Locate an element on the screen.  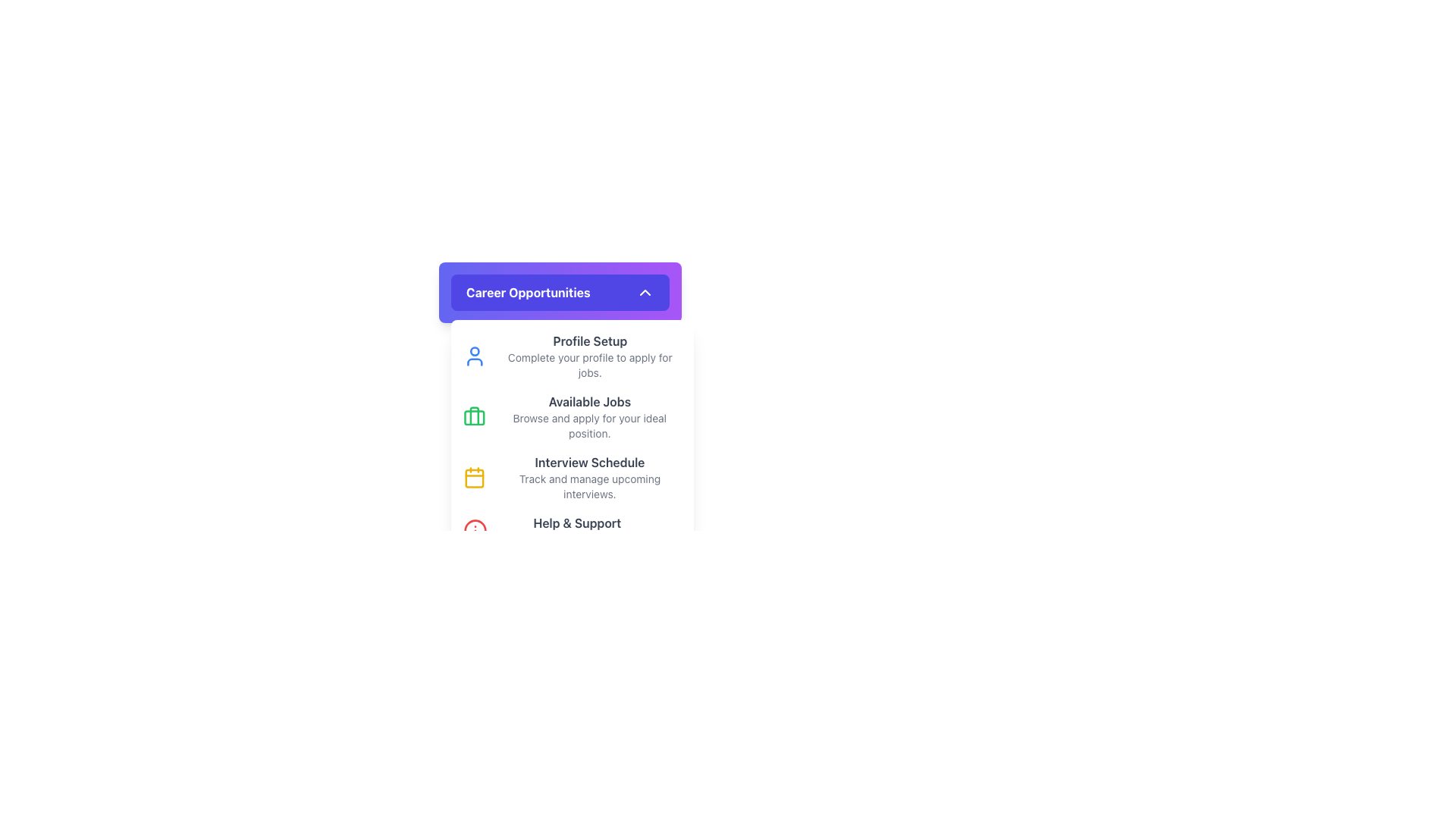
the text element reading 'Track and manage upcoming interviews.' which is styled in a smaller gray font and is located below the 'Interview Schedule' heading is located at coordinates (588, 486).